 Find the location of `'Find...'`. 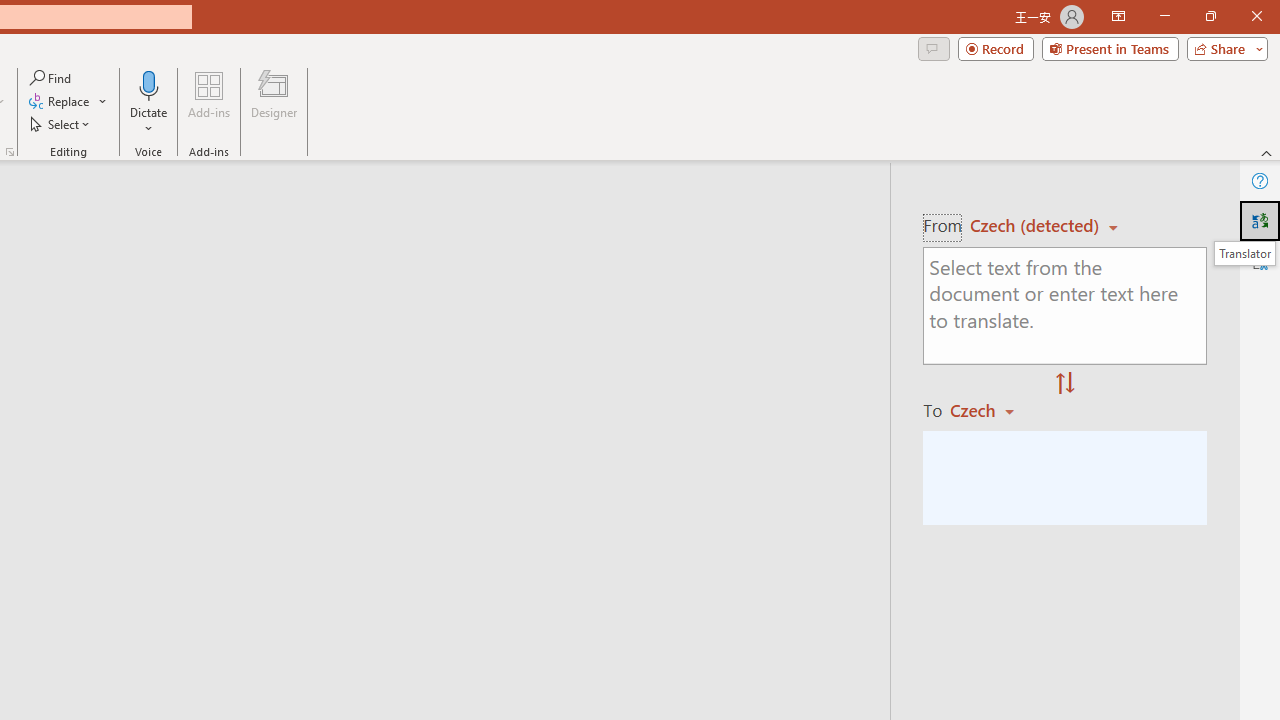

'Find...' is located at coordinates (51, 77).